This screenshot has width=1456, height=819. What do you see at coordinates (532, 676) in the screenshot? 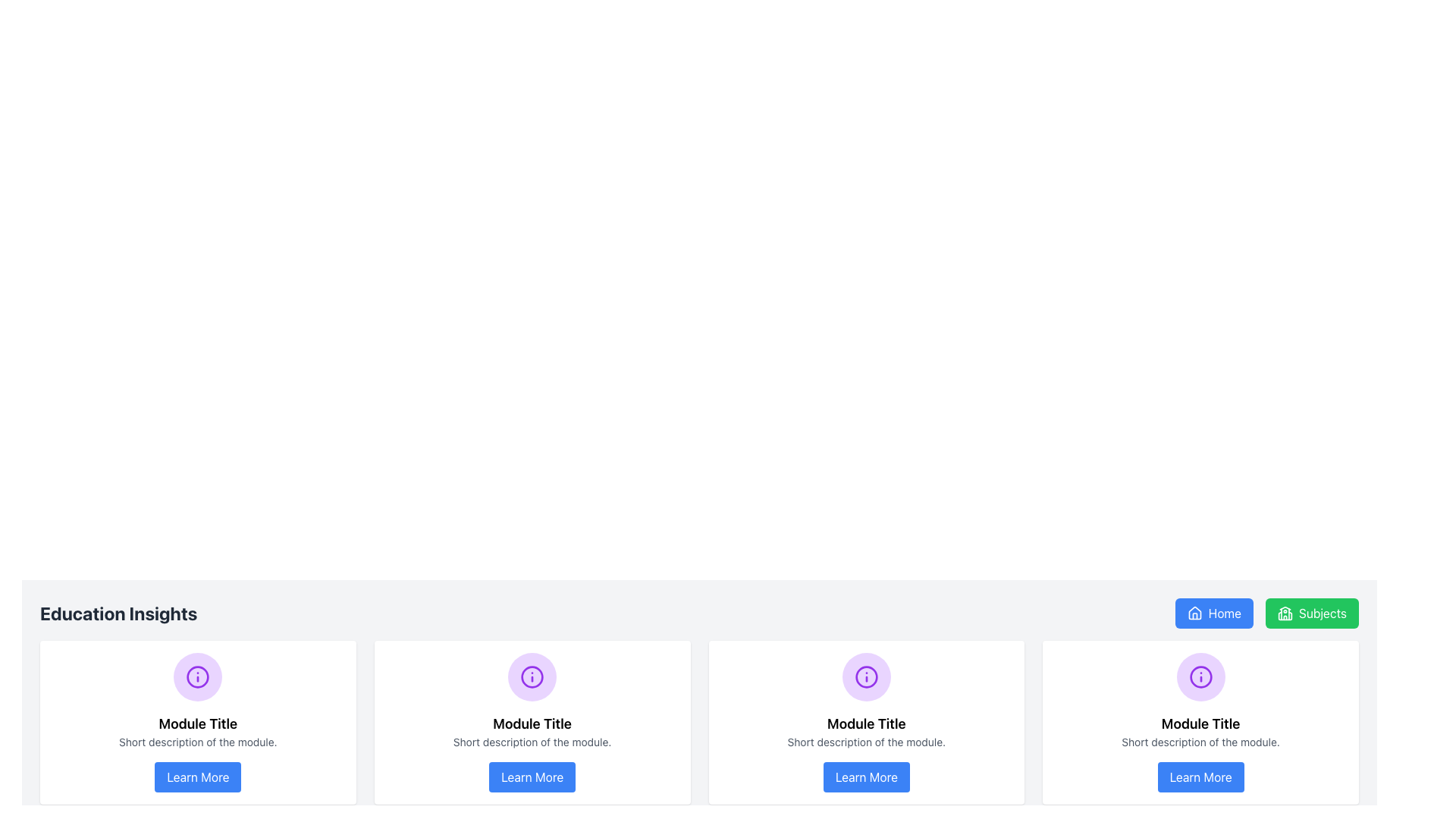
I see `the purple circular icon button with an information symbol ('i') in the center, which is located at the top of the white rectangular card, above the text 'Module Title' and 'Short description of the module.'` at bounding box center [532, 676].